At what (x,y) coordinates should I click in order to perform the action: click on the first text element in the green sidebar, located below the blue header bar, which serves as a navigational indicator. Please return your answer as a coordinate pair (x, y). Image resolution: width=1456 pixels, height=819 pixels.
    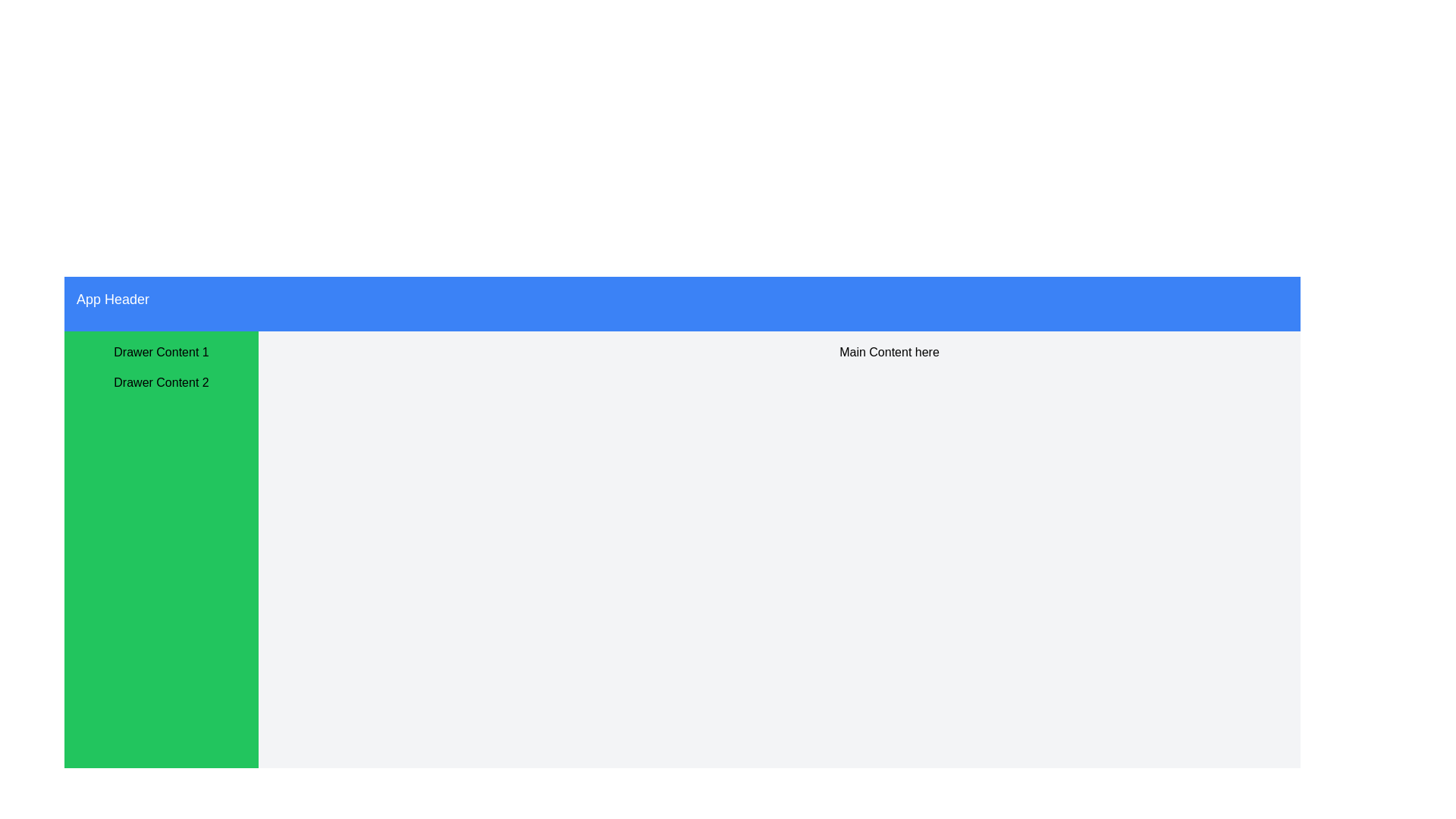
    Looking at the image, I should click on (161, 353).